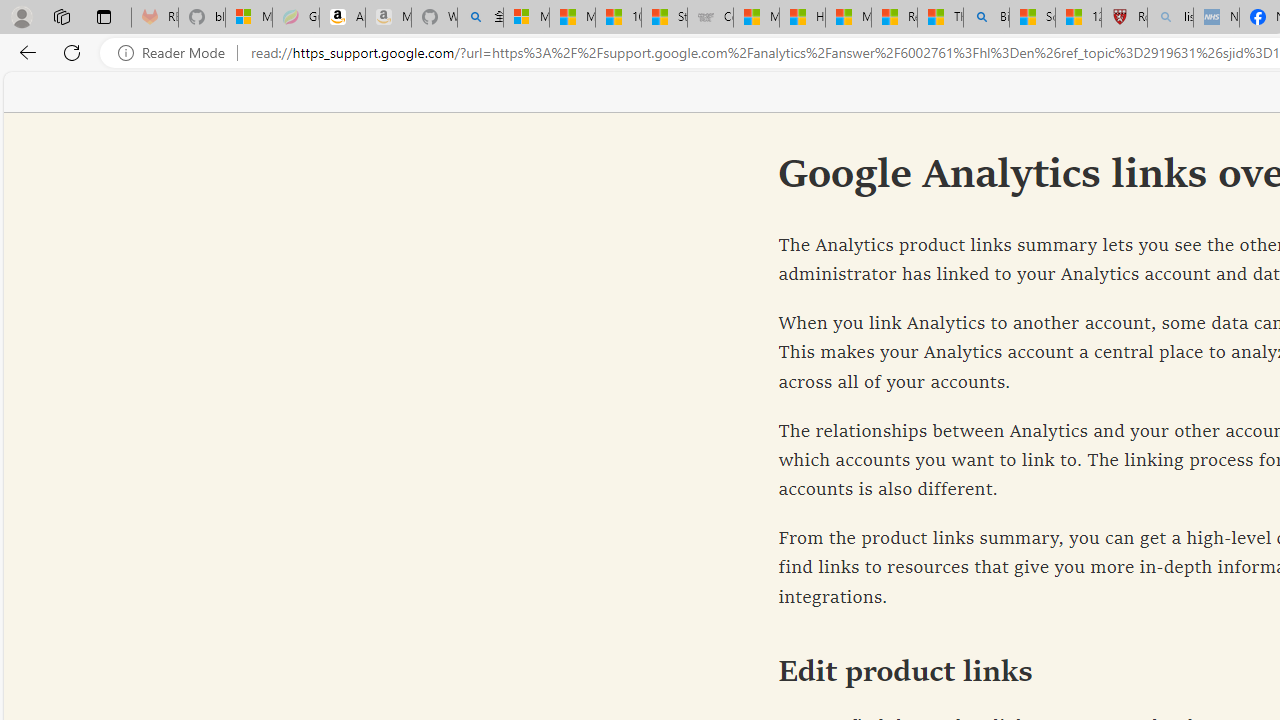 The width and height of the screenshot is (1280, 720). Describe the element at coordinates (893, 17) in the screenshot. I see `'Recipes - MSN'` at that location.